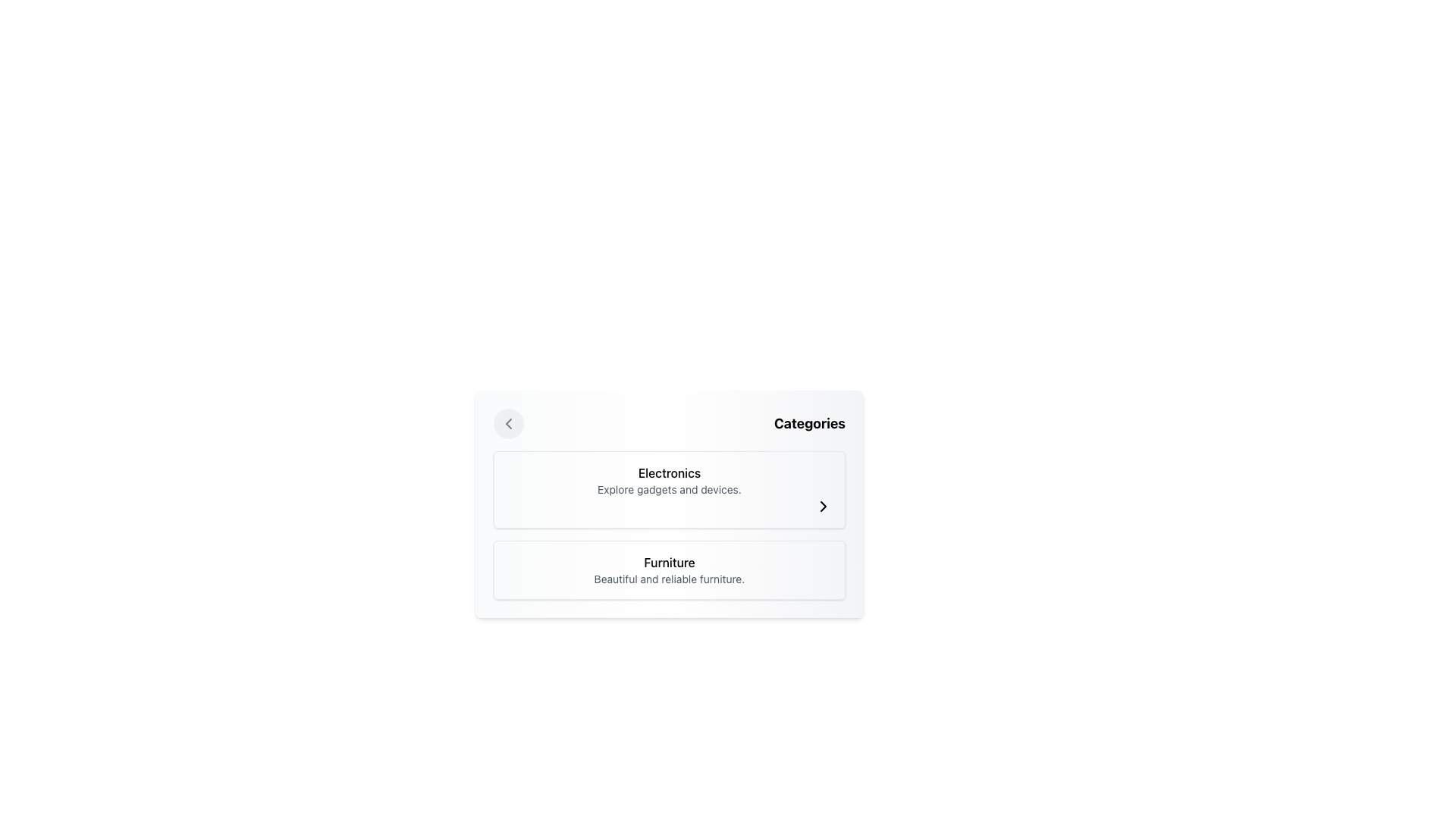 Image resolution: width=1456 pixels, height=819 pixels. What do you see at coordinates (669, 579) in the screenshot?
I see `the description text element located below the 'Furniture' label within the bordered rectangular card, positioned towards the middle-right of the interface` at bounding box center [669, 579].